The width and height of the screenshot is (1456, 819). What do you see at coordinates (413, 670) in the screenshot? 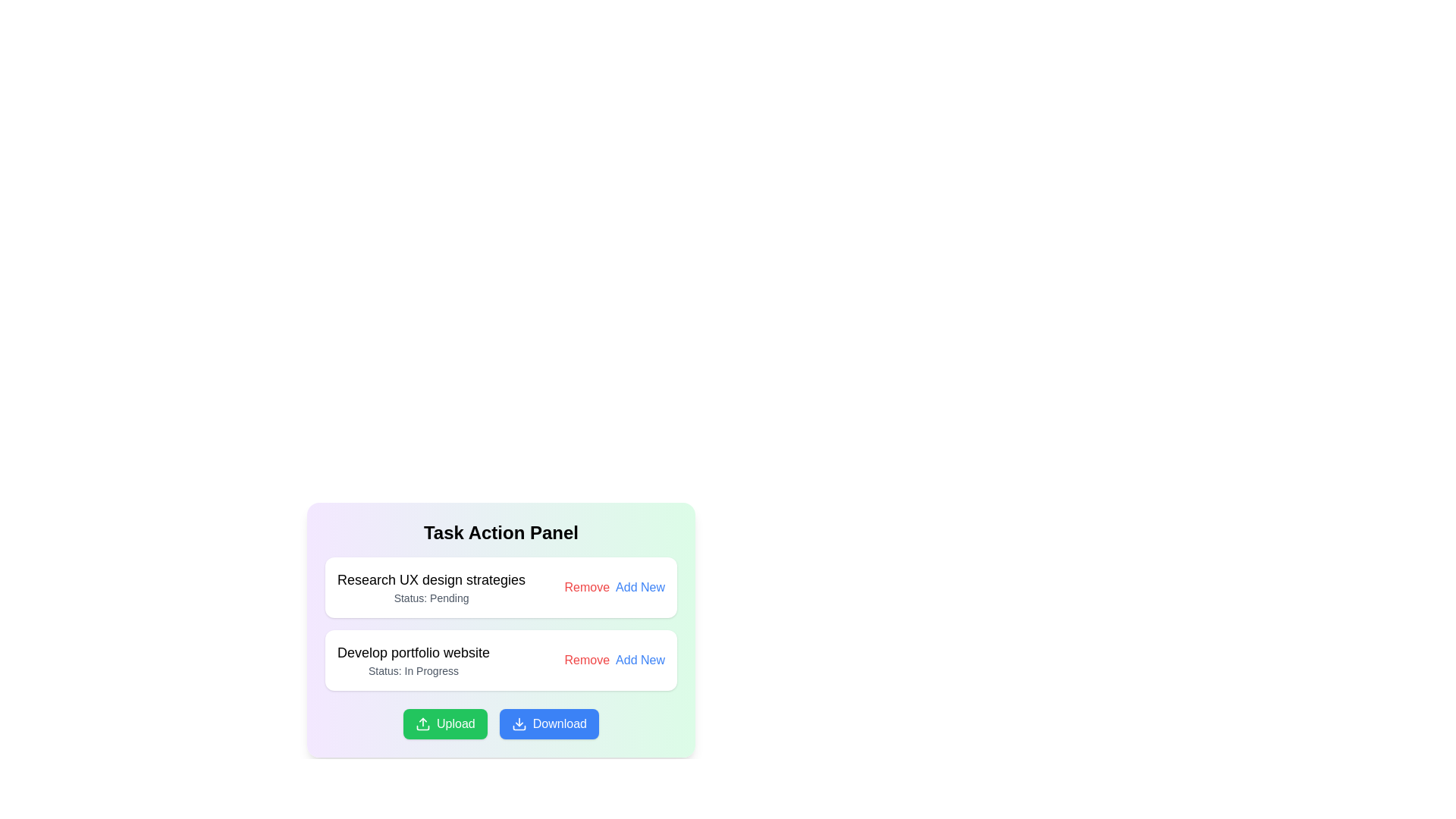
I see `the informational label that states 'Status: In Progress' located below the task titled 'Develop portfolio website'` at bounding box center [413, 670].